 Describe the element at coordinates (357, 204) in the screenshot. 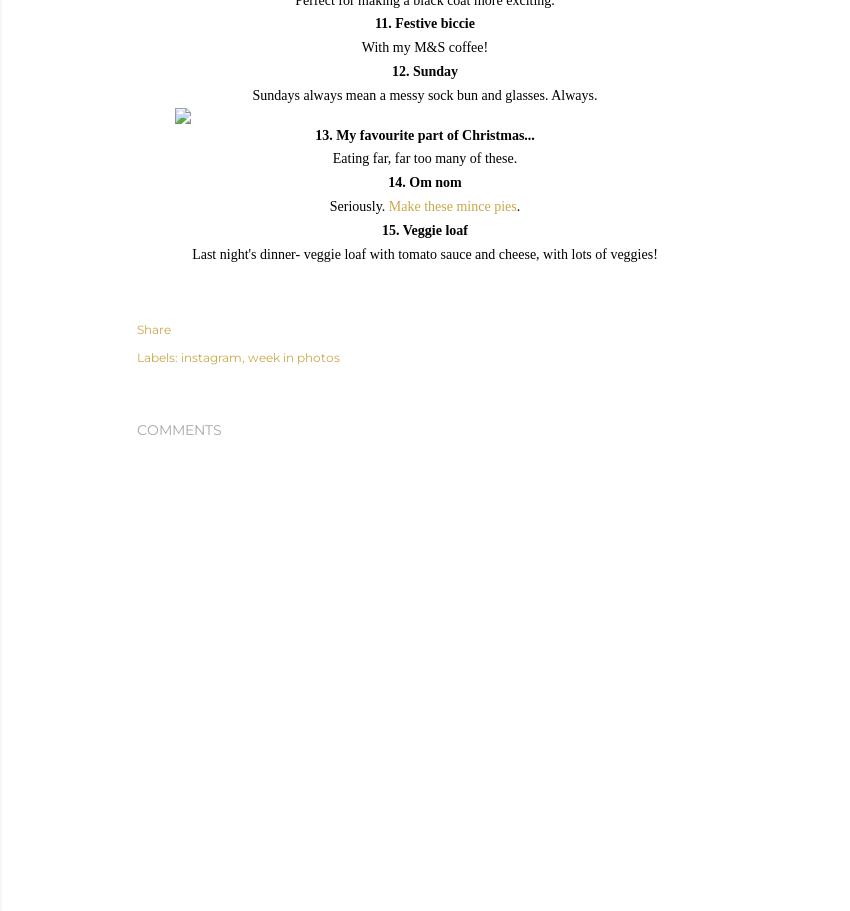

I see `'Seriously.'` at that location.